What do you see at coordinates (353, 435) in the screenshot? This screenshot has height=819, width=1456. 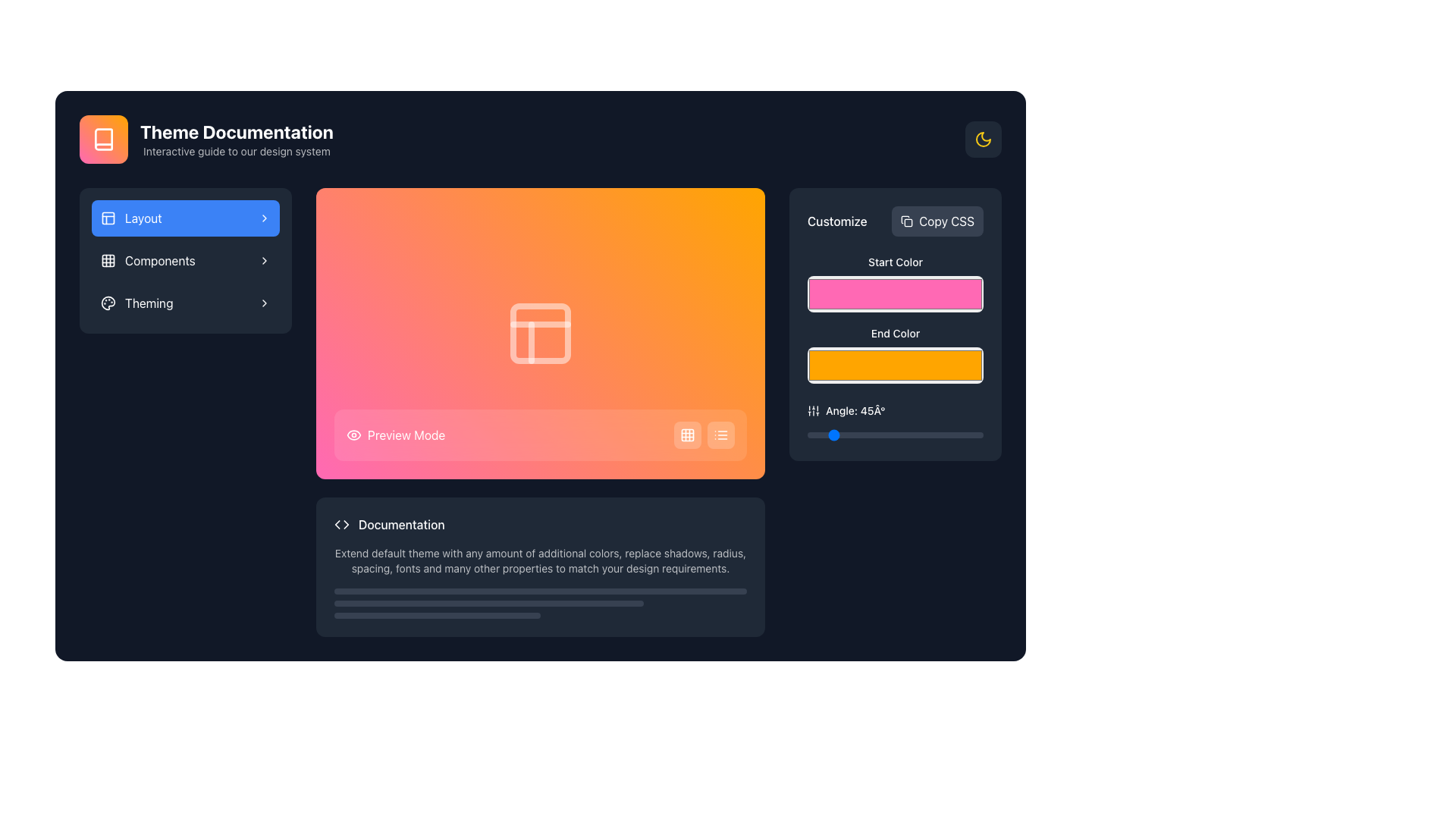 I see `the circular icon with a simplified eye symbol, which is outlined in white against a pink background, located to the left of the text 'Preview Mode' at the bottom-left corner of the interactive panel` at bounding box center [353, 435].